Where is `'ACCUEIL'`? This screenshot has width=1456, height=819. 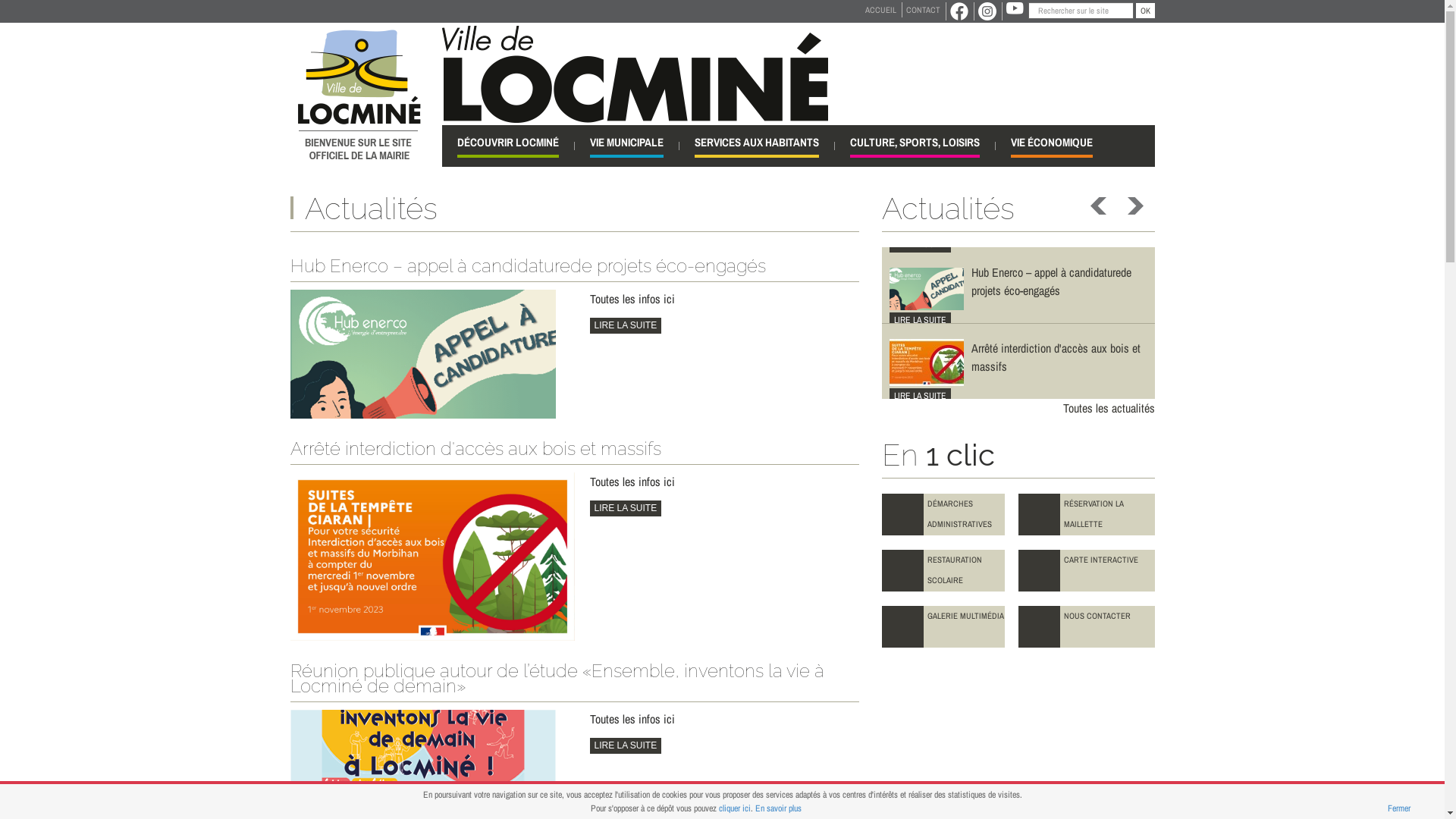
'ACCUEIL' is located at coordinates (880, 9).